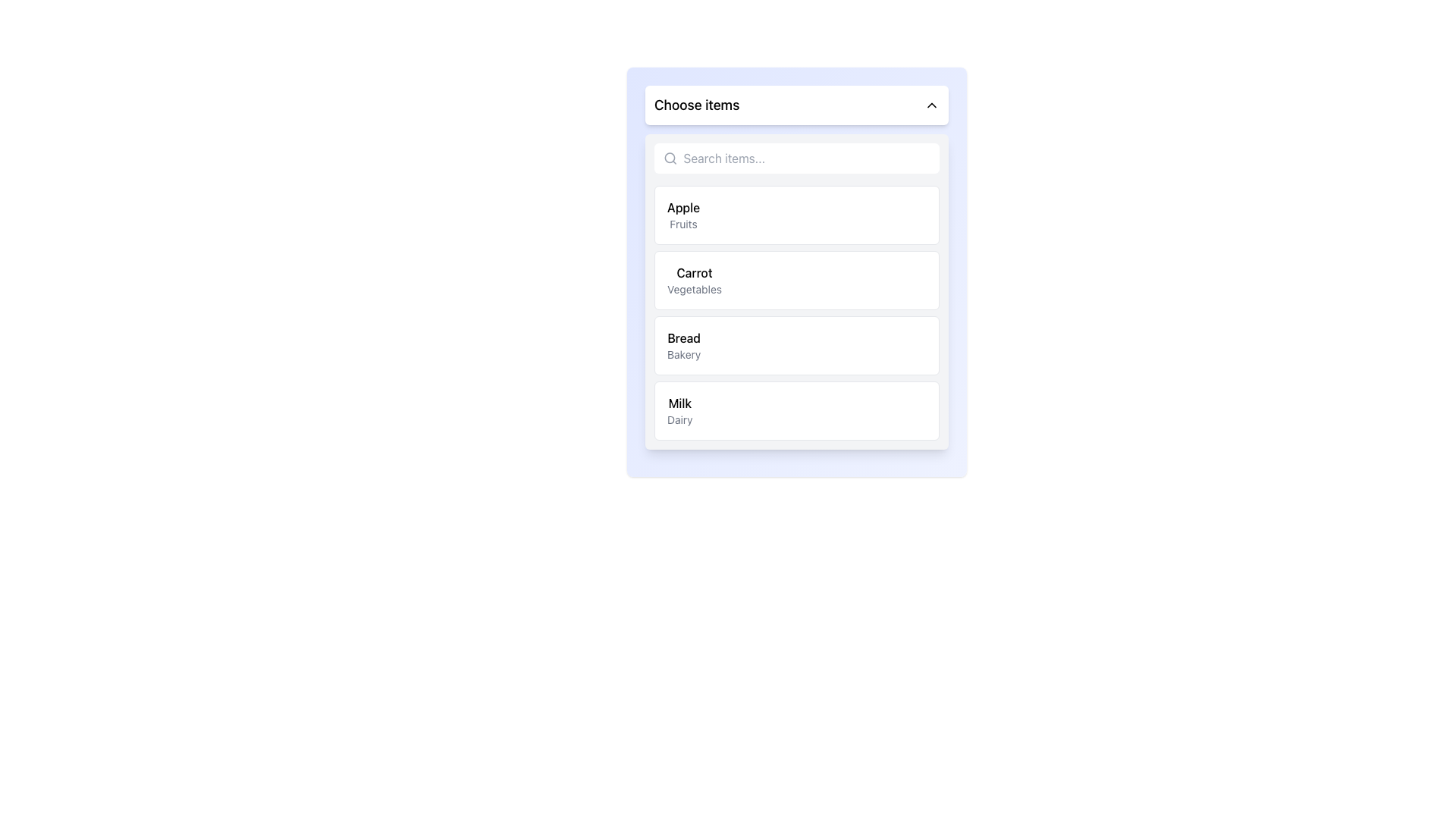 The height and width of the screenshot is (819, 1456). What do you see at coordinates (796, 281) in the screenshot?
I see `the 'Carrot' card, which is the second card in the dropdown list of selectable options` at bounding box center [796, 281].